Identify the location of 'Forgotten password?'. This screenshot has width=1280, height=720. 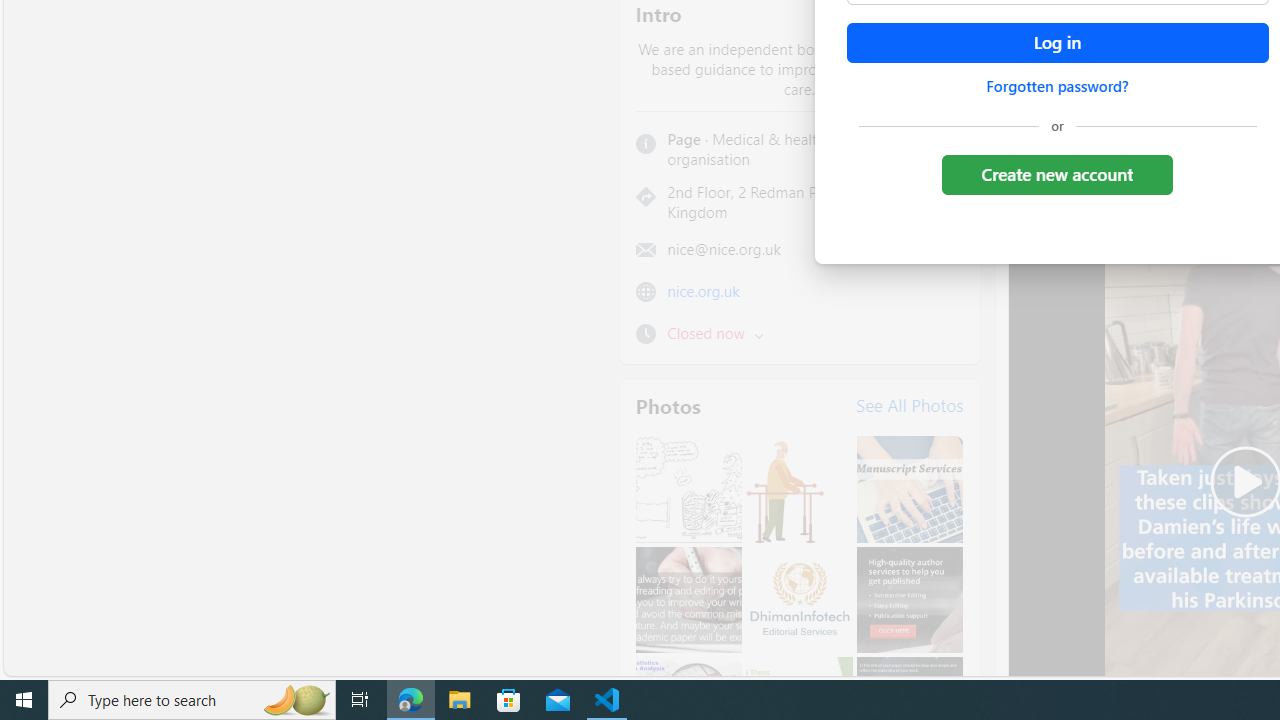
(1056, 85).